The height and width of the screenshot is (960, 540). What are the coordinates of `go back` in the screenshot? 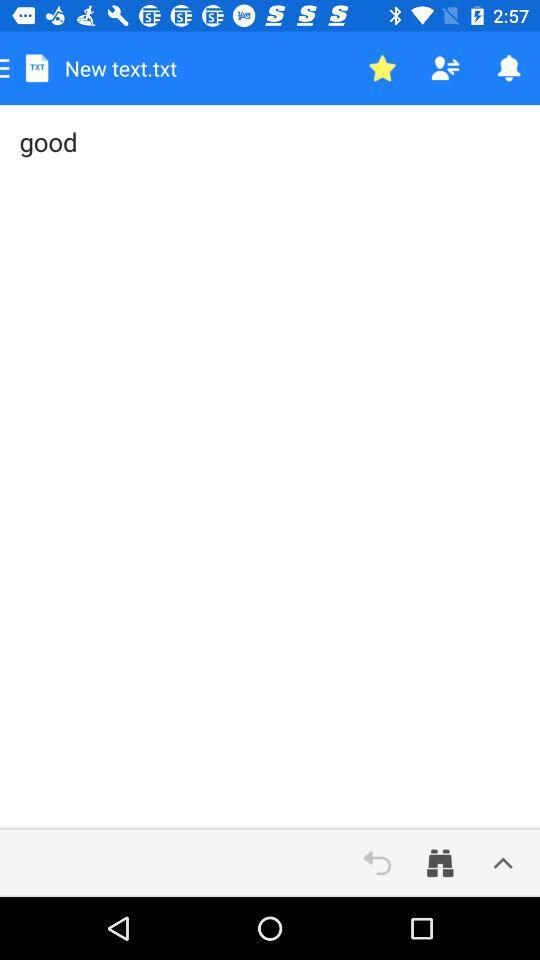 It's located at (377, 862).